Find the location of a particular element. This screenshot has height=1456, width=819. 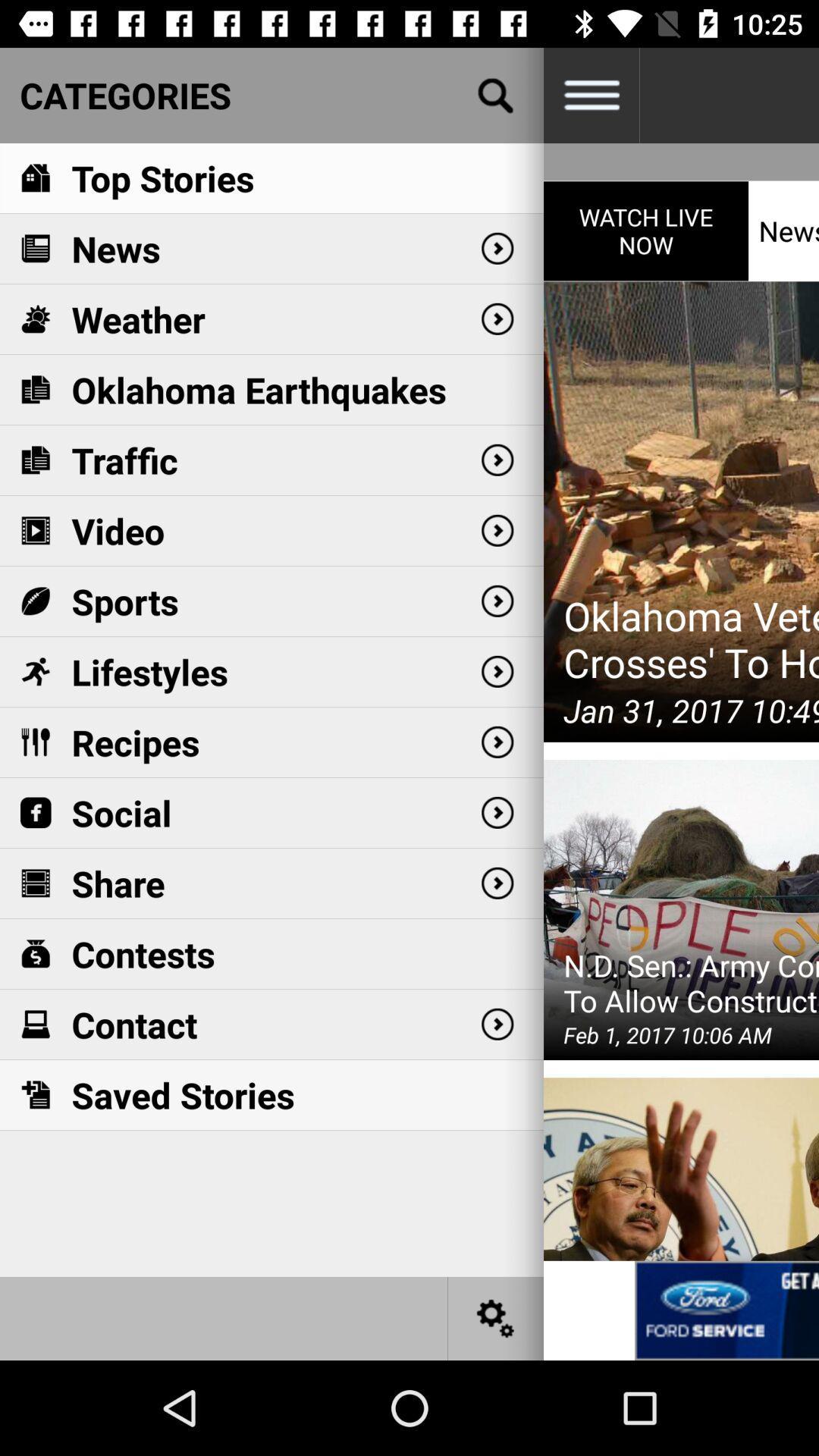

settings is located at coordinates (496, 1317).